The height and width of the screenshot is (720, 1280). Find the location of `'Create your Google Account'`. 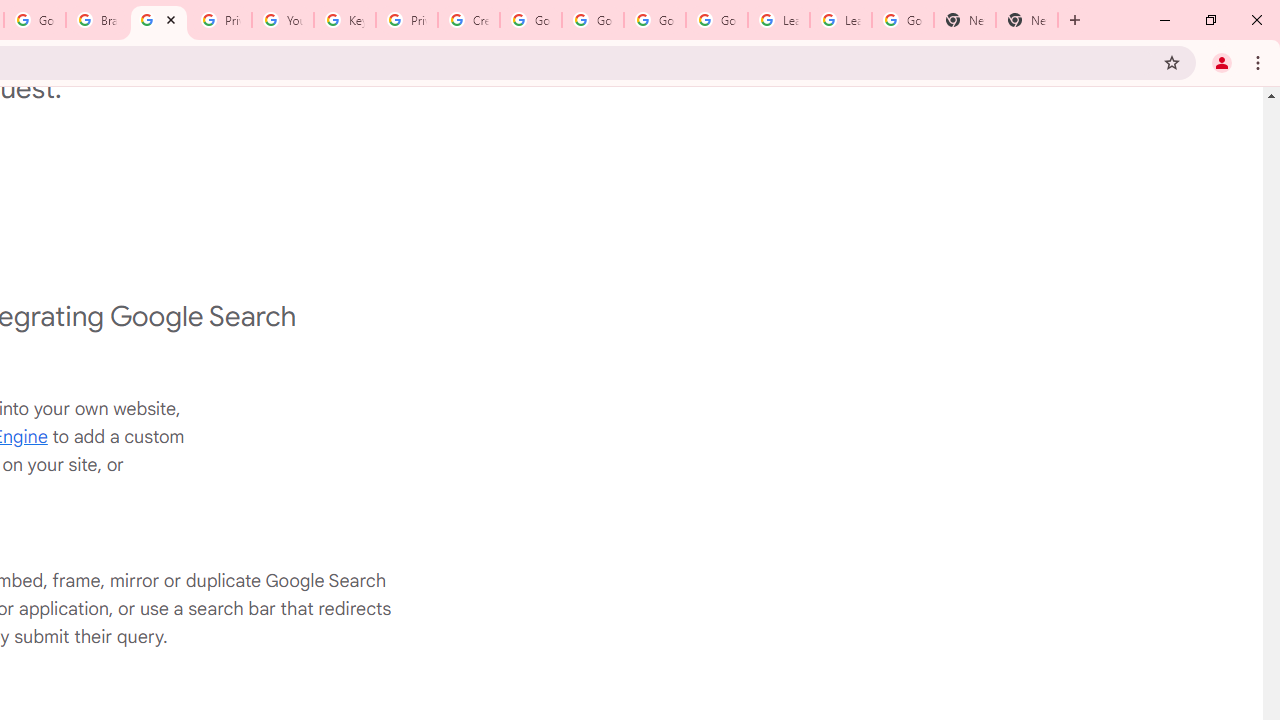

'Create your Google Account' is located at coordinates (468, 20).